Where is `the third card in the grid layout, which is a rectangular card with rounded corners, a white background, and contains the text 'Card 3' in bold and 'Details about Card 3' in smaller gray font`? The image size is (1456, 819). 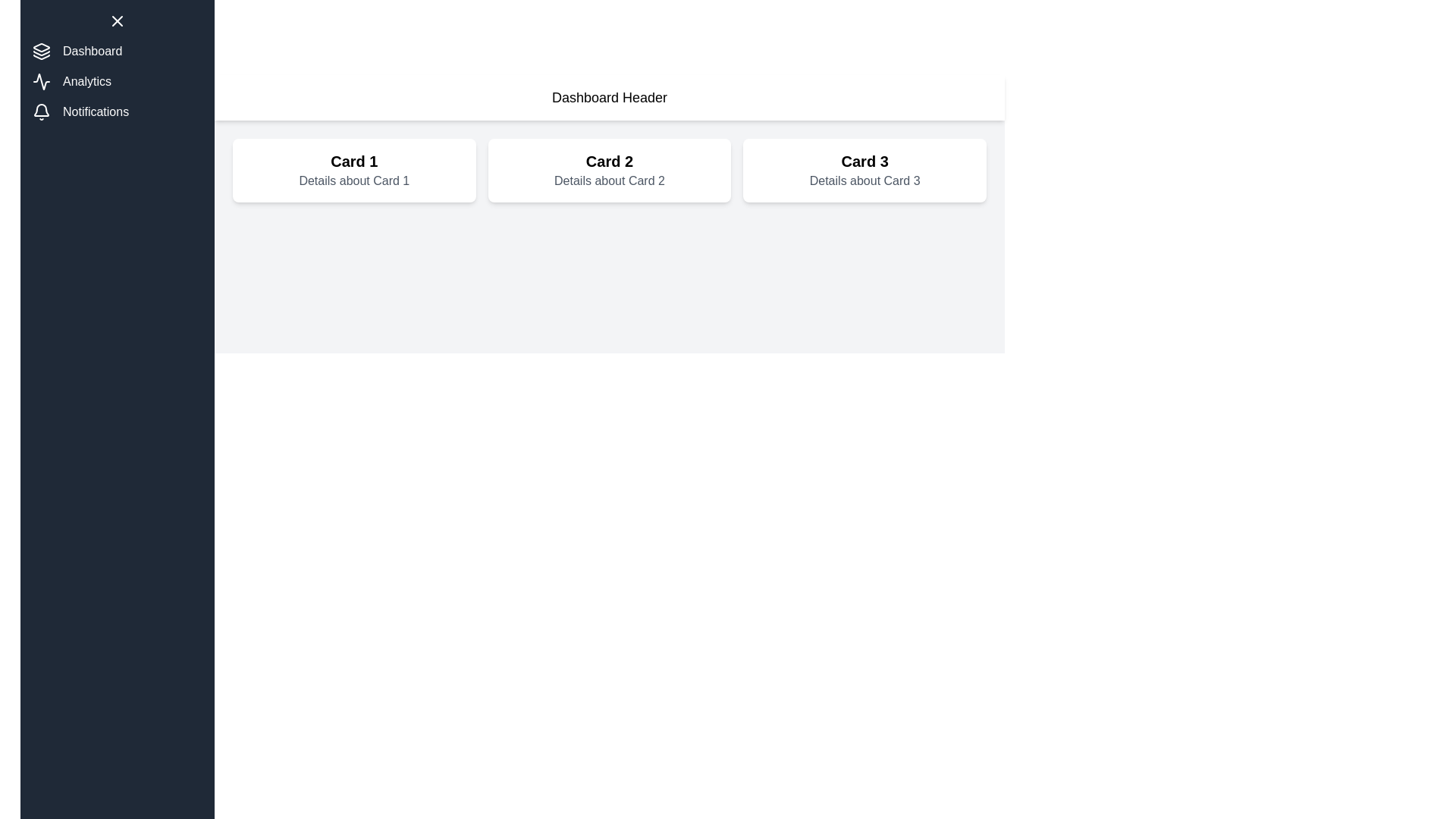 the third card in the grid layout, which is a rectangular card with rounded corners, a white background, and contains the text 'Card 3' in bold and 'Details about Card 3' in smaller gray font is located at coordinates (864, 170).